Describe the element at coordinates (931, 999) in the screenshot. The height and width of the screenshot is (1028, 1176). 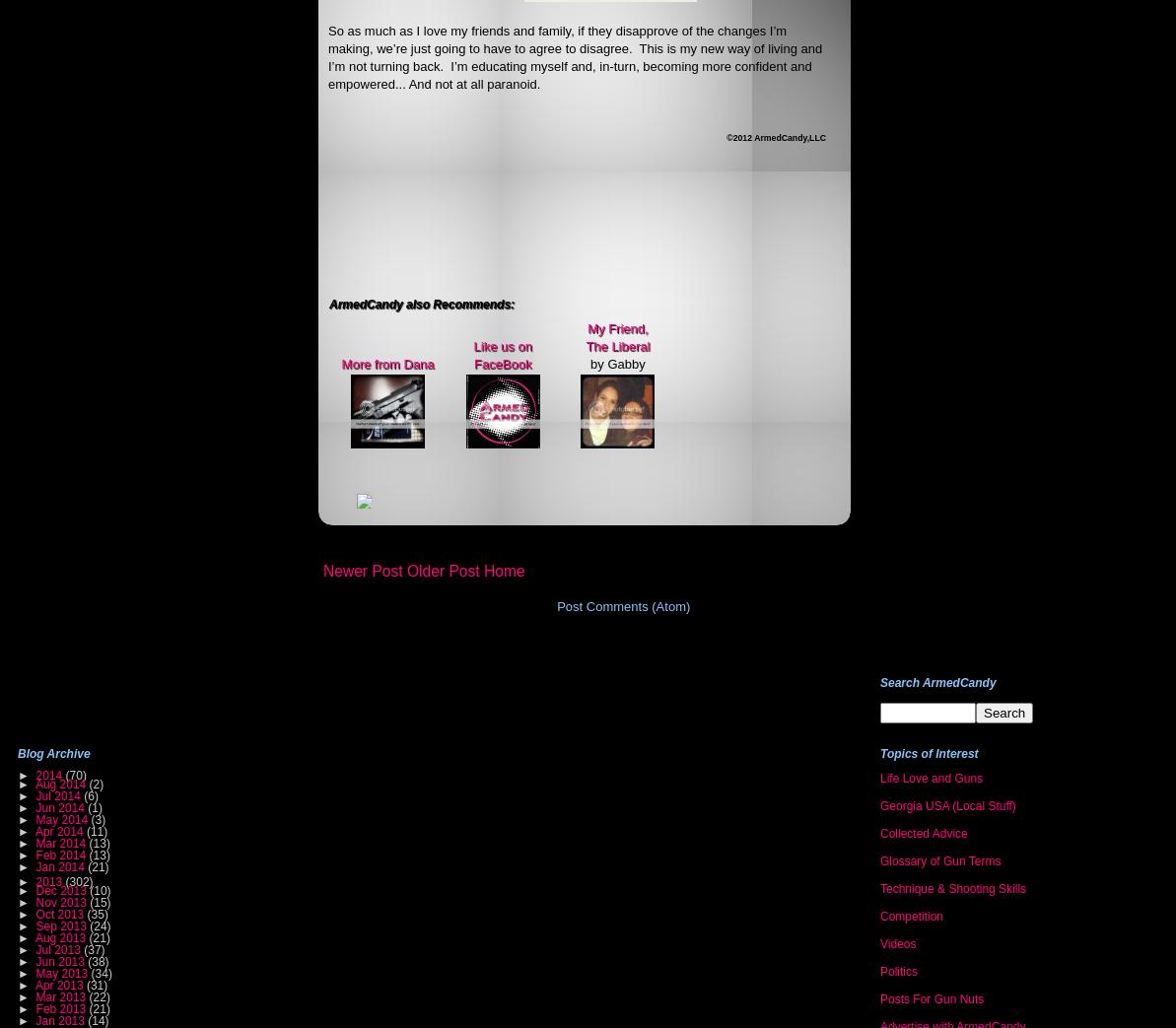
I see `'Posts For Gun Nuts'` at that location.